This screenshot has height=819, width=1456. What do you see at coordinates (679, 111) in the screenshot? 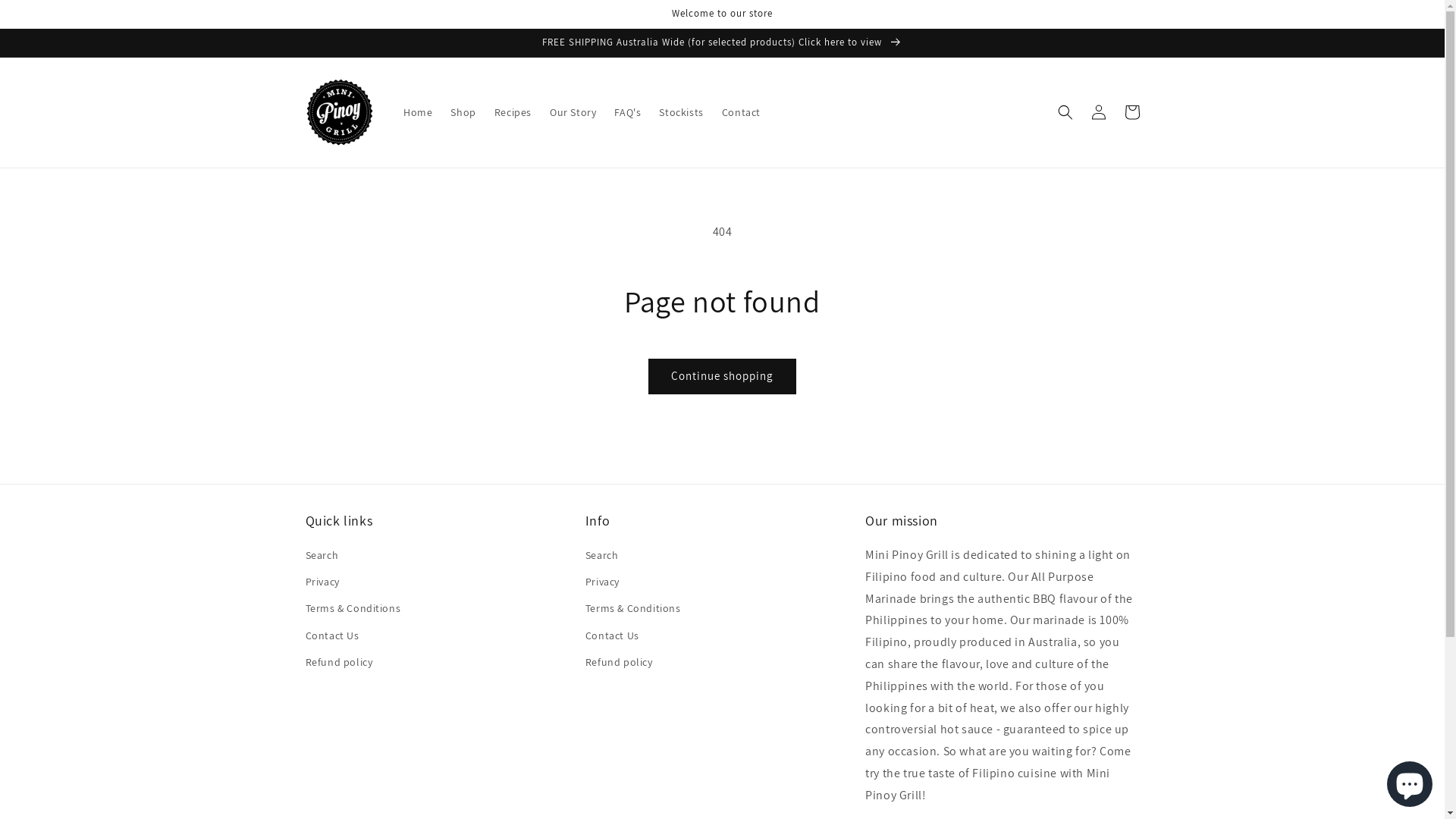
I see `'Stockists'` at bounding box center [679, 111].